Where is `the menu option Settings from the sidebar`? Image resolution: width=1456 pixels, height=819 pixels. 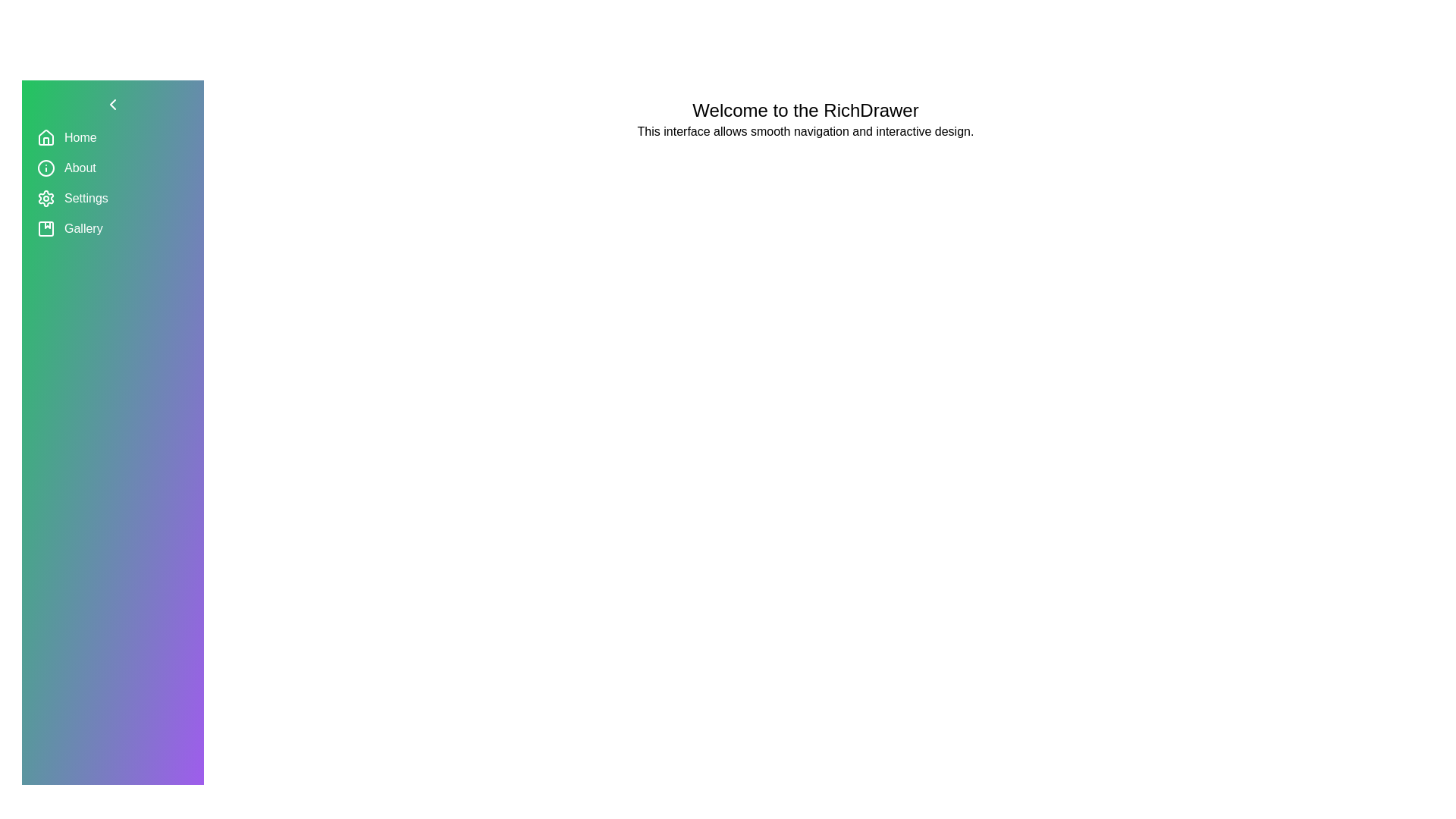
the menu option Settings from the sidebar is located at coordinates (111, 198).